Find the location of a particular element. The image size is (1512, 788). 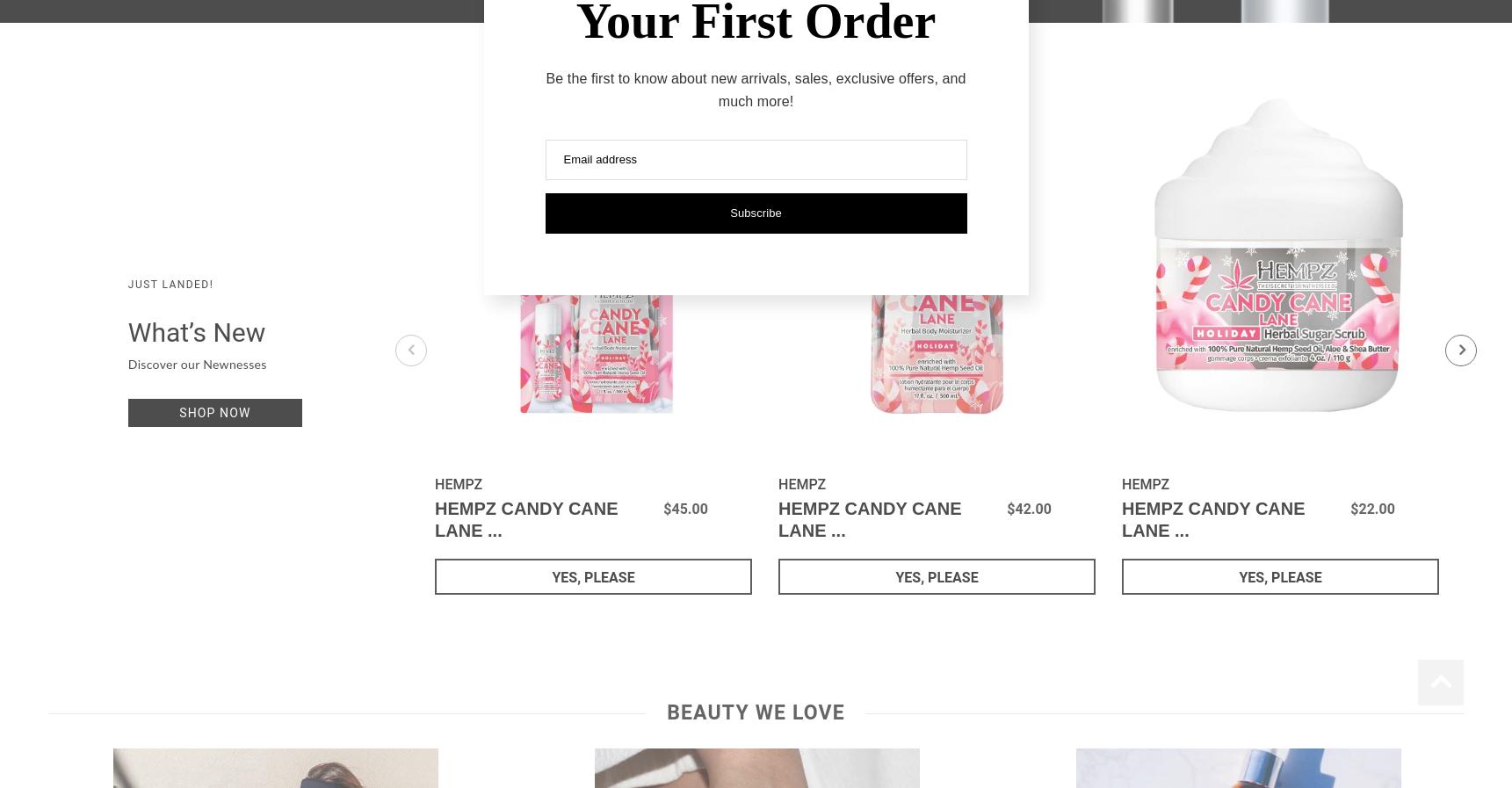

'Discover our Newnesses' is located at coordinates (127, 365).